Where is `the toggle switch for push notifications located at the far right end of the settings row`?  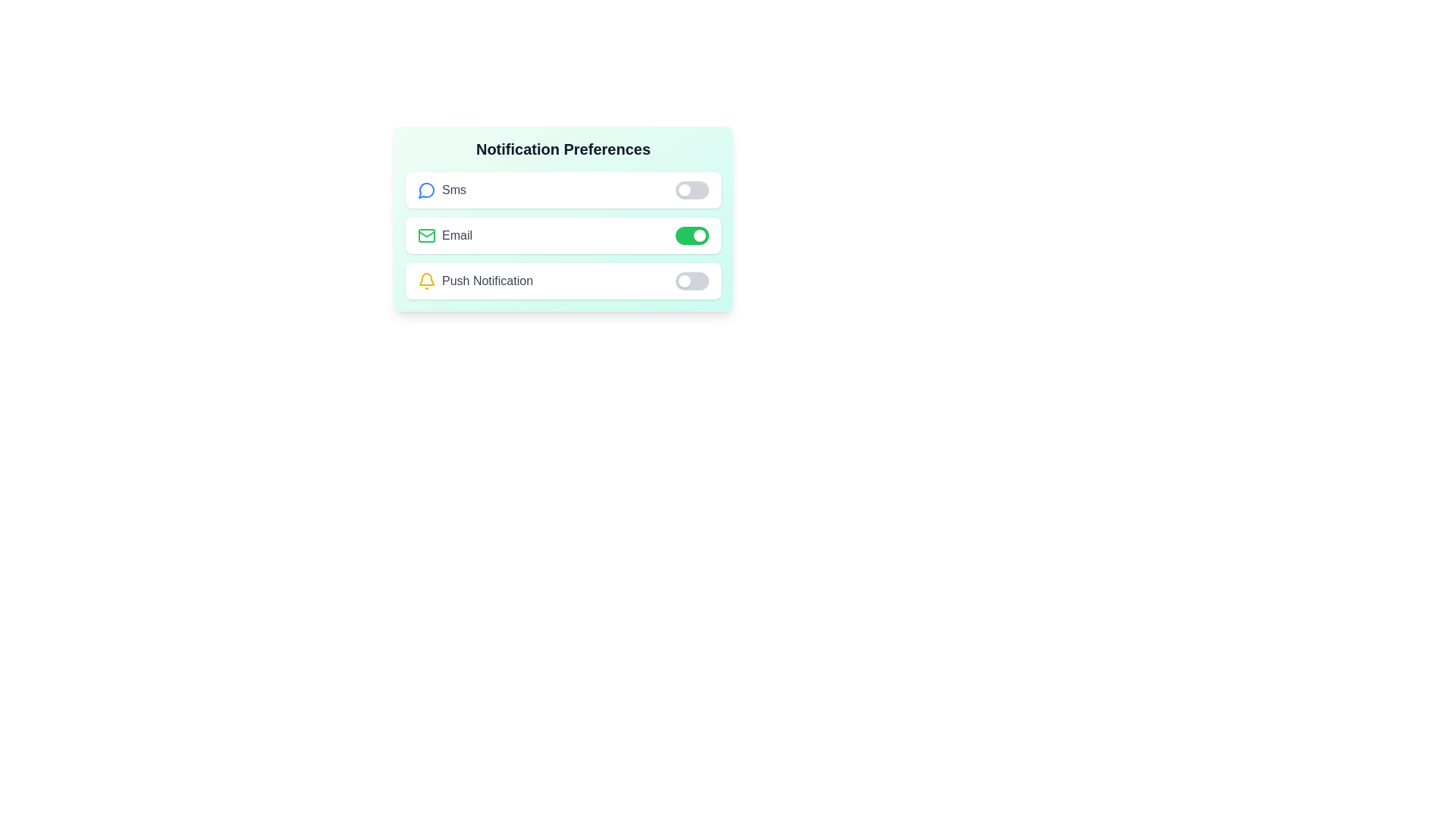
the toggle switch for push notifications located at the far right end of the settings row is located at coordinates (691, 281).